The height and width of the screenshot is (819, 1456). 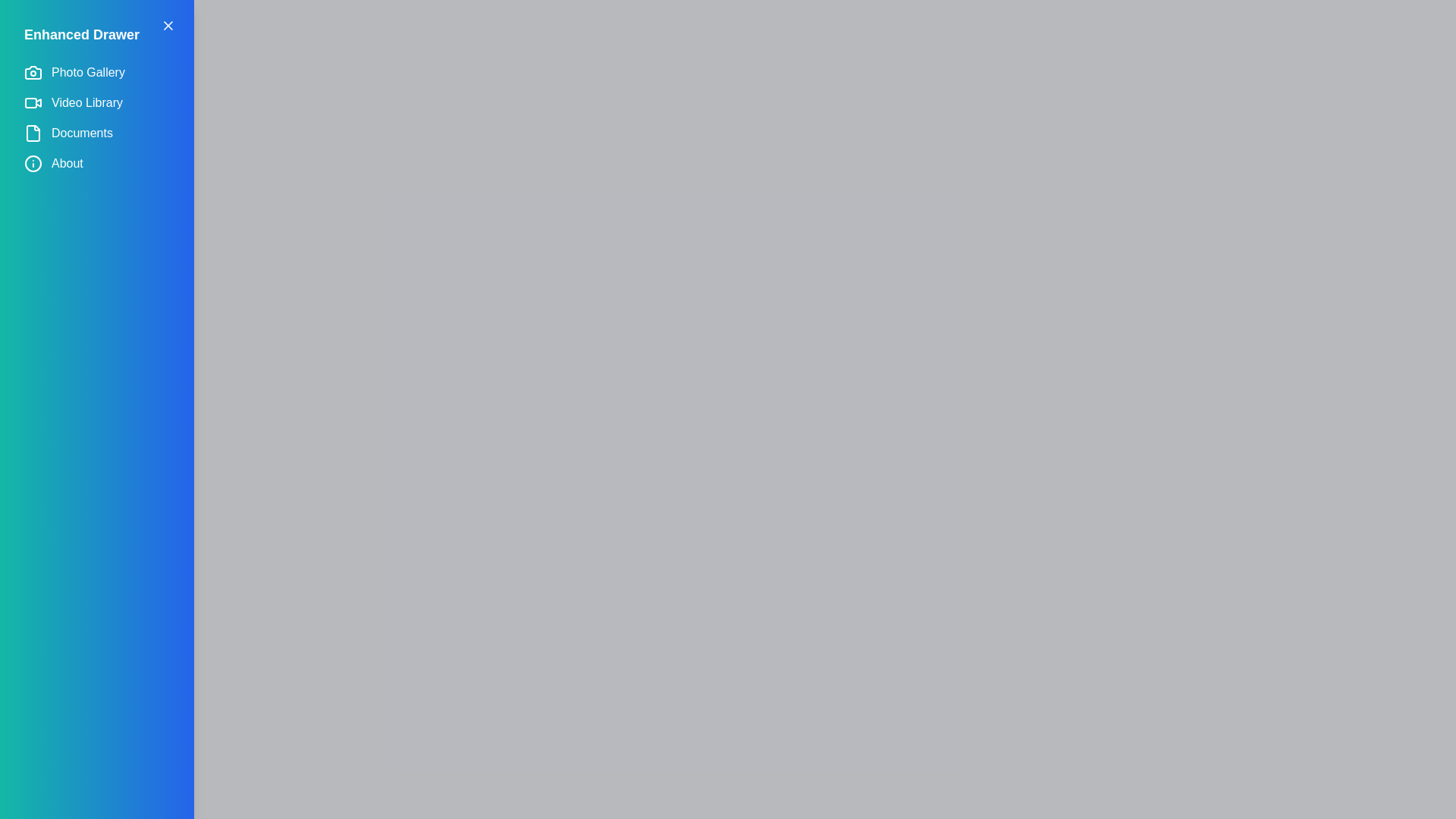 What do you see at coordinates (81, 133) in the screenshot?
I see `the third item in the vertical menu that directs to documents, located next to the document icon` at bounding box center [81, 133].